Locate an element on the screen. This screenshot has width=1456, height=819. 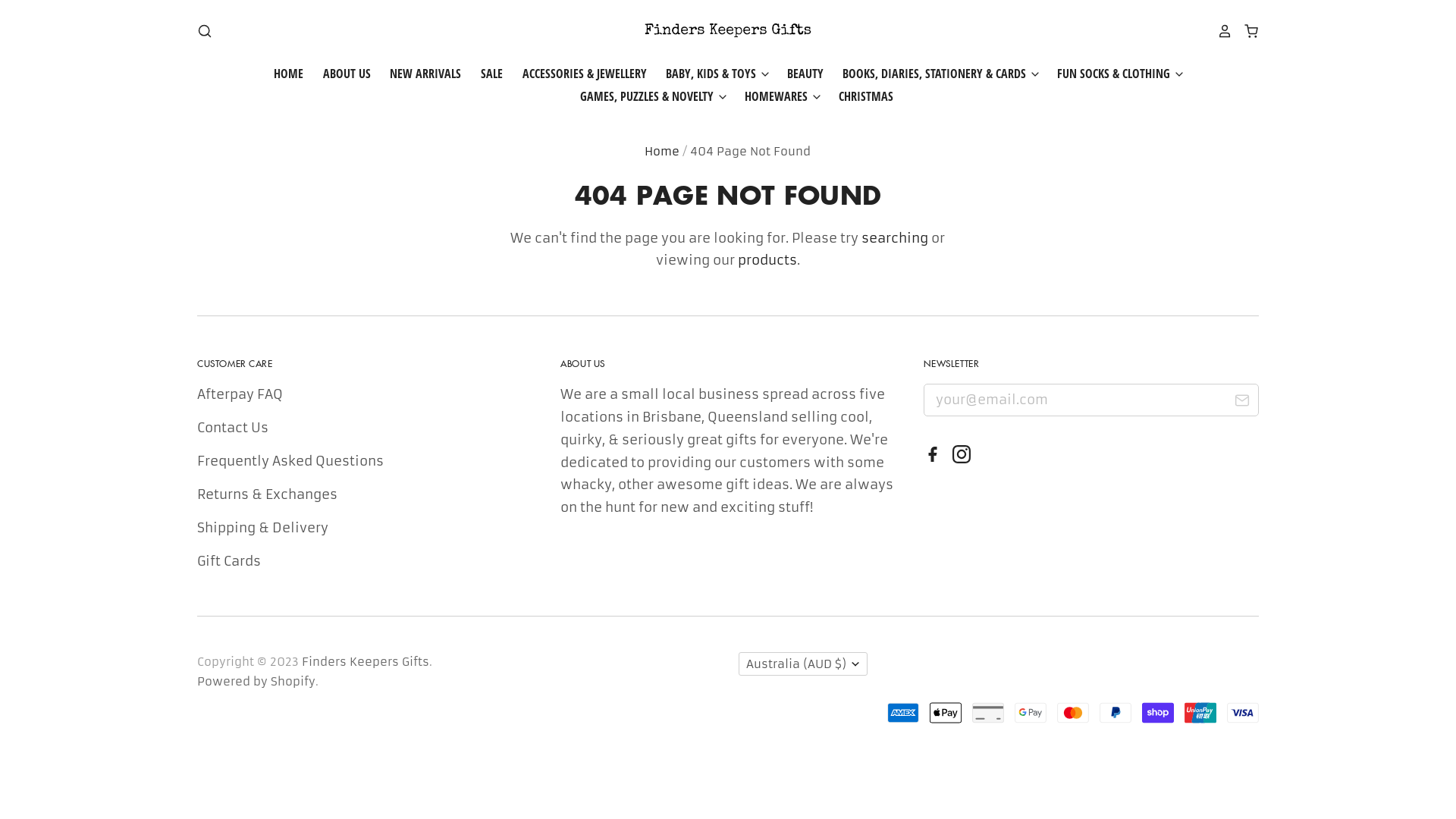
'HOME' is located at coordinates (288, 73).